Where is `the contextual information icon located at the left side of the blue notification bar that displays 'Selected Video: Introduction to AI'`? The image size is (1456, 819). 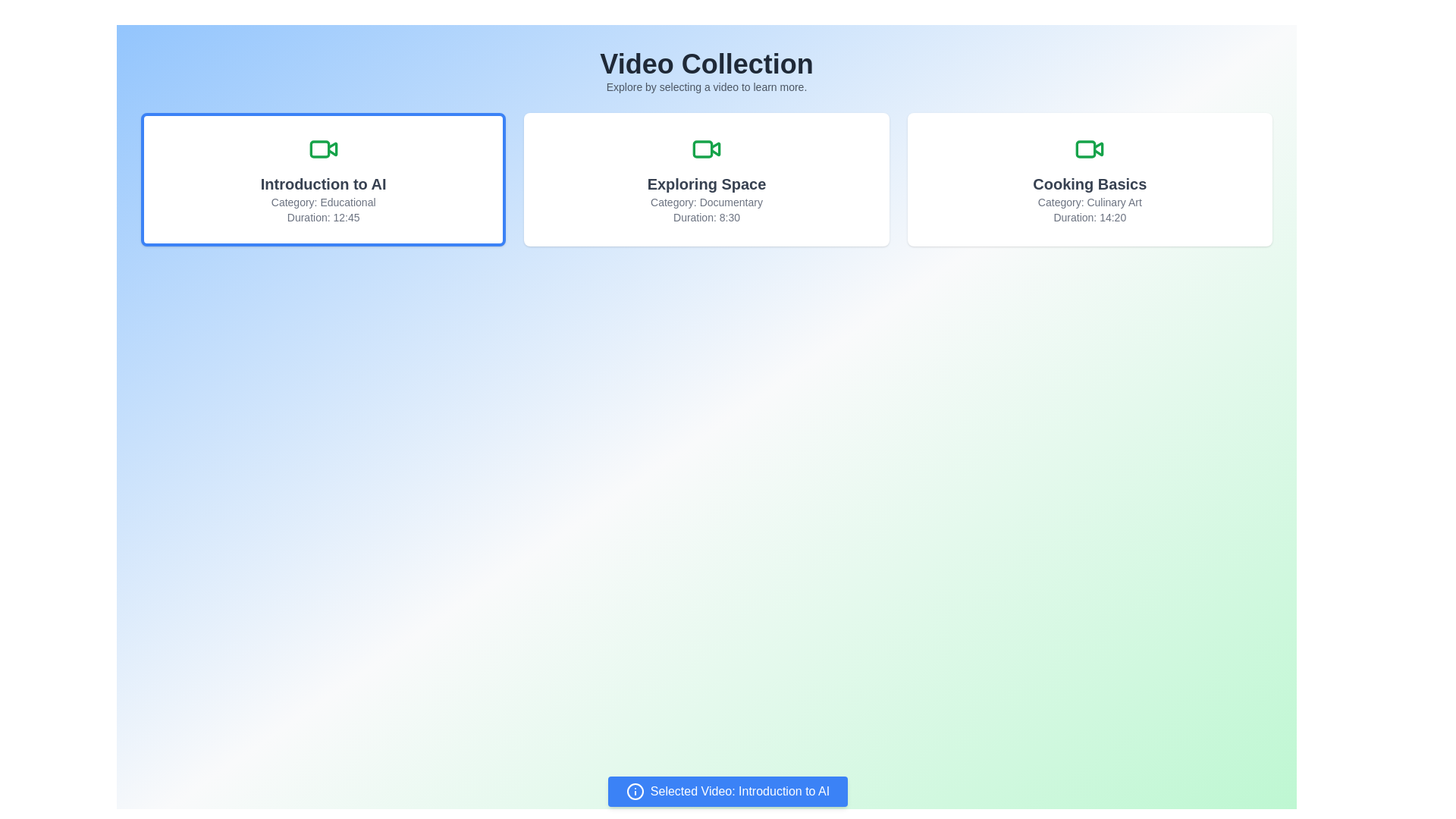 the contextual information icon located at the left side of the blue notification bar that displays 'Selected Video: Introduction to AI' is located at coordinates (635, 791).